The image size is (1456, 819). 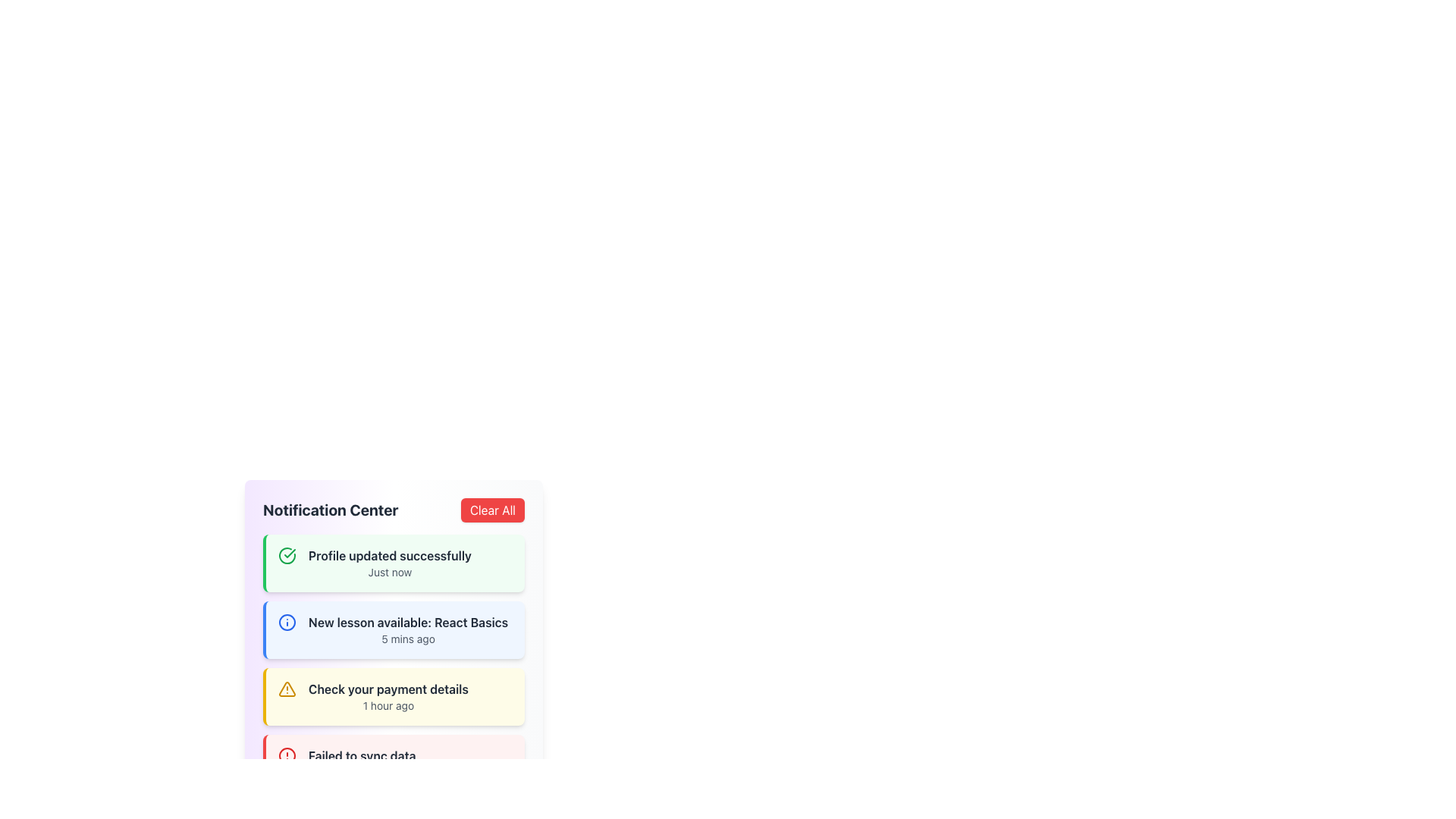 What do you see at coordinates (394, 610) in the screenshot?
I see `the second notification card` at bounding box center [394, 610].